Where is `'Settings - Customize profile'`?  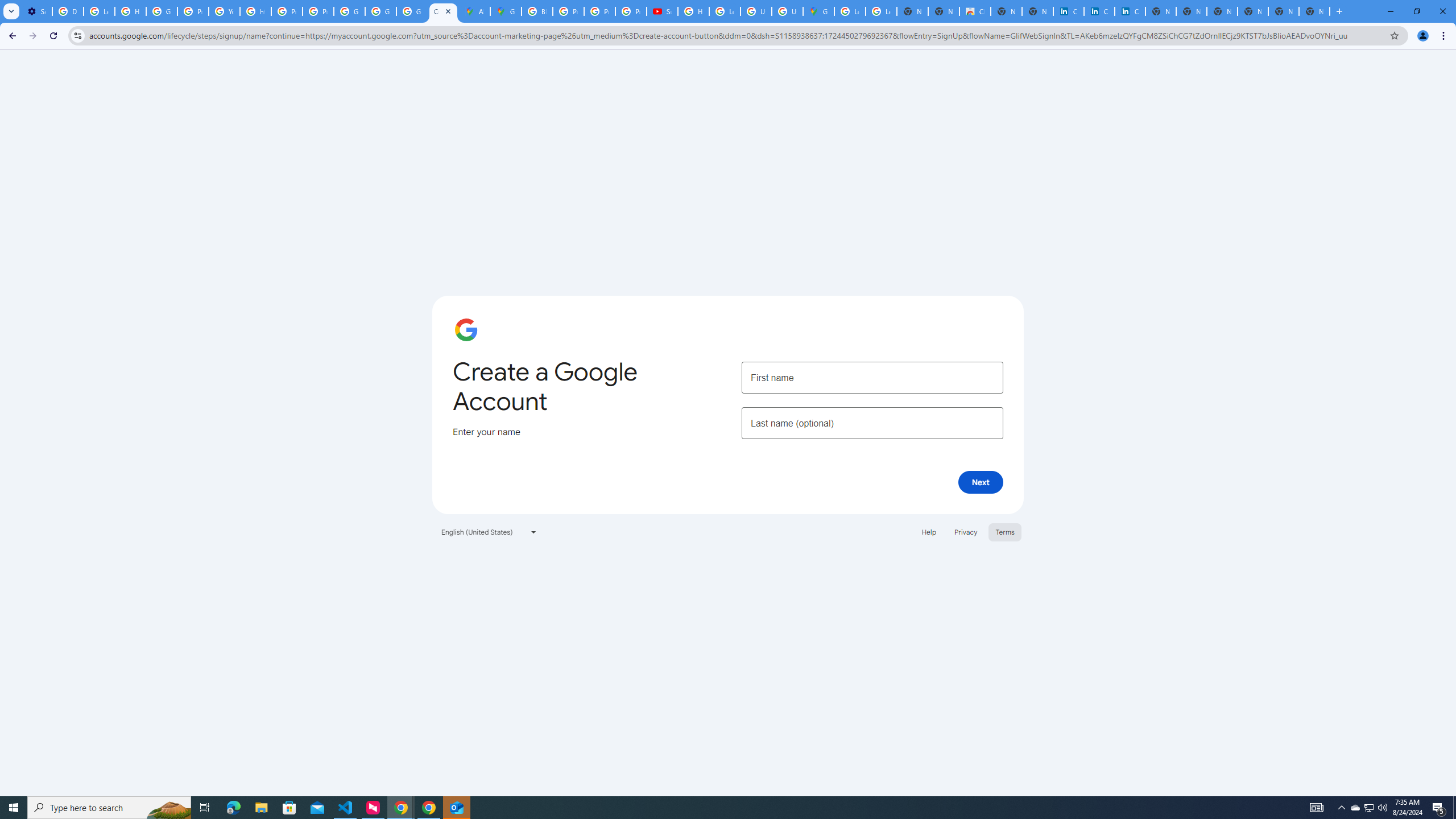 'Settings - Customize profile' is located at coordinates (36, 11).